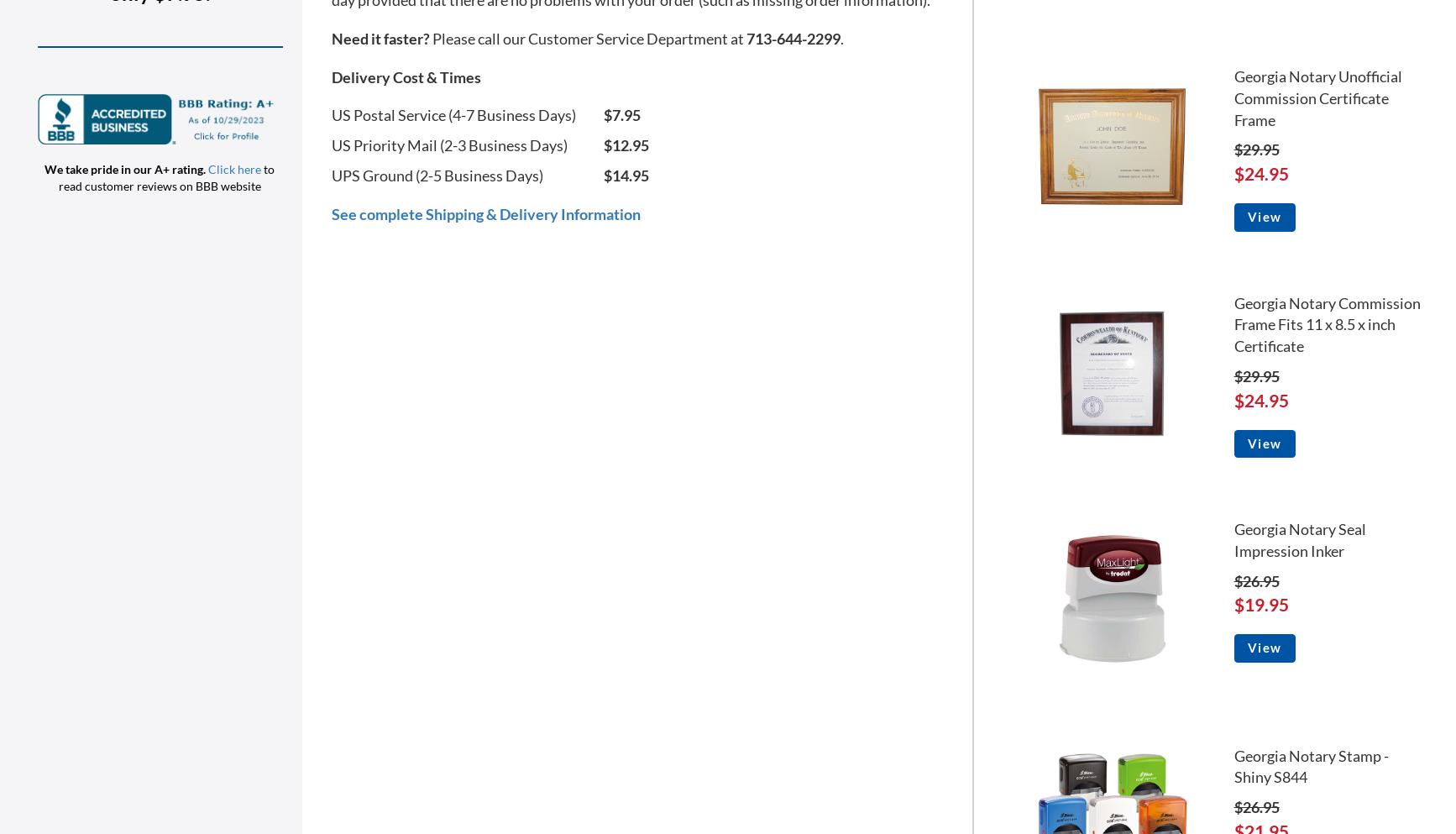  I want to click on 'US Priority Mail (2-3 Business Days)', so click(332, 144).